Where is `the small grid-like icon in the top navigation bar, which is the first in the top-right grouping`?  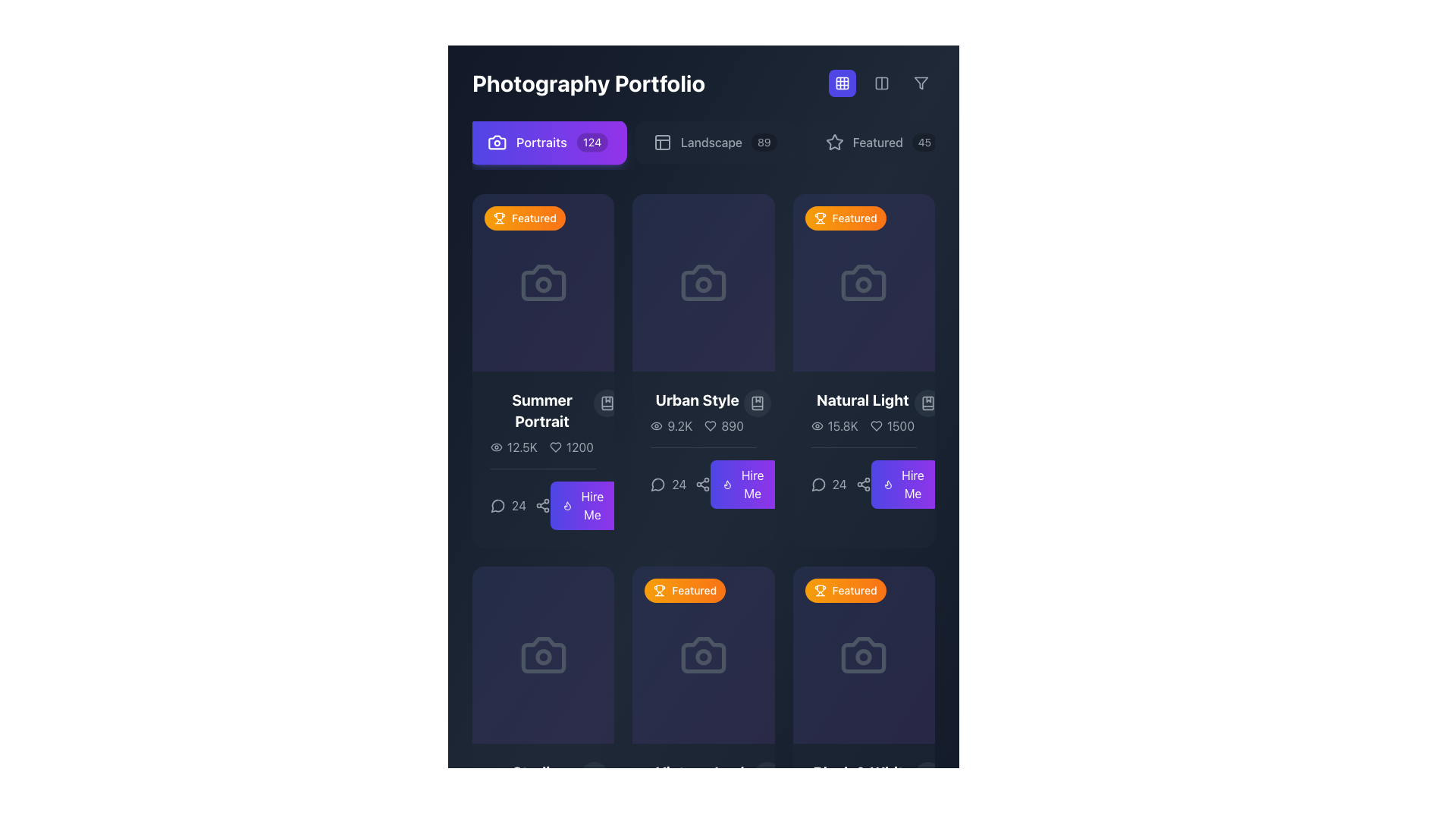
the small grid-like icon in the top navigation bar, which is the first in the top-right grouping is located at coordinates (841, 83).